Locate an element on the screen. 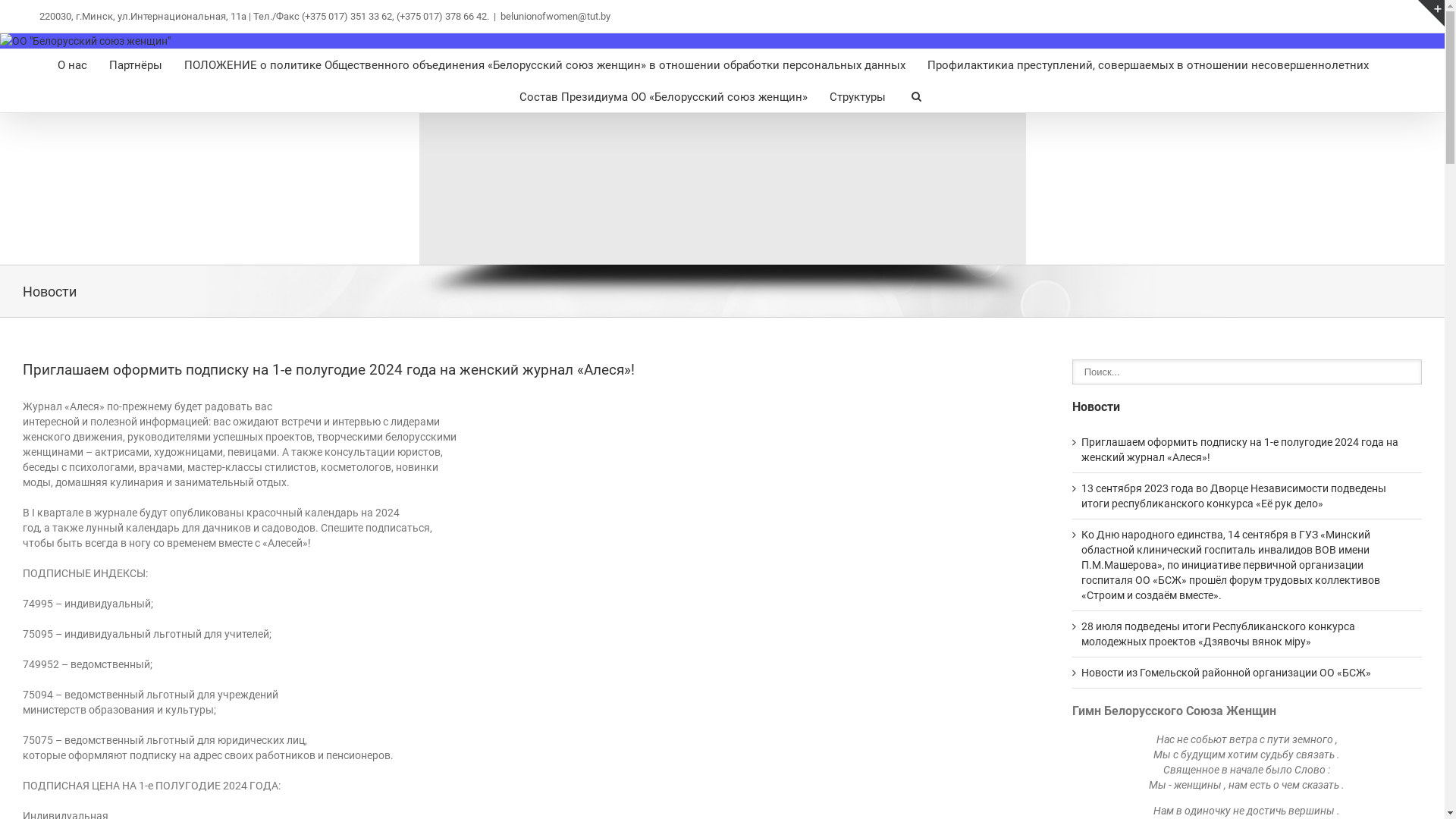 This screenshot has height=819, width=1456. 'belunionofwomen@tut.by' is located at coordinates (554, 16).